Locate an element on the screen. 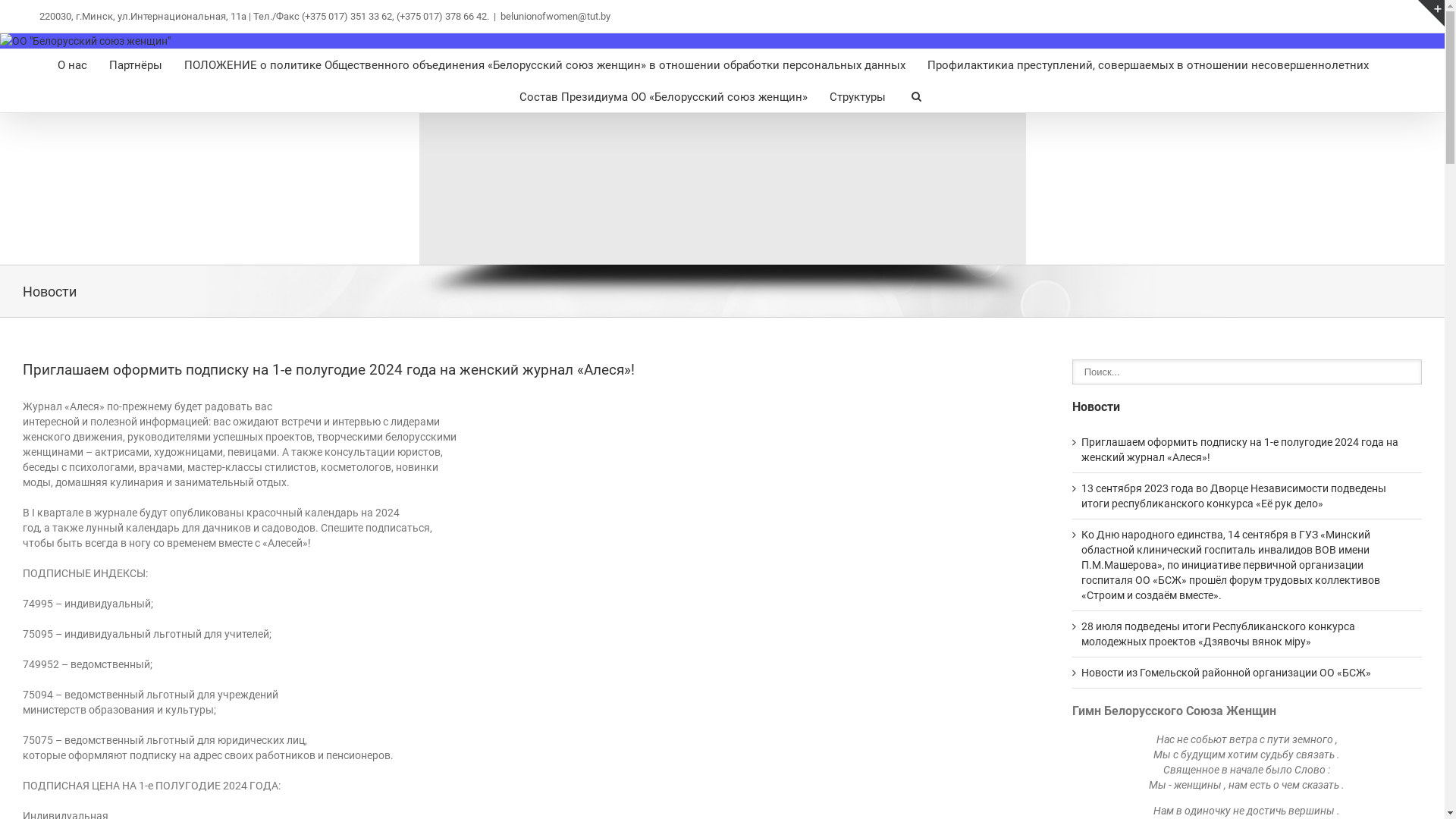 This screenshot has height=819, width=1456. 'belunionofwomen@tut.by' is located at coordinates (554, 16).